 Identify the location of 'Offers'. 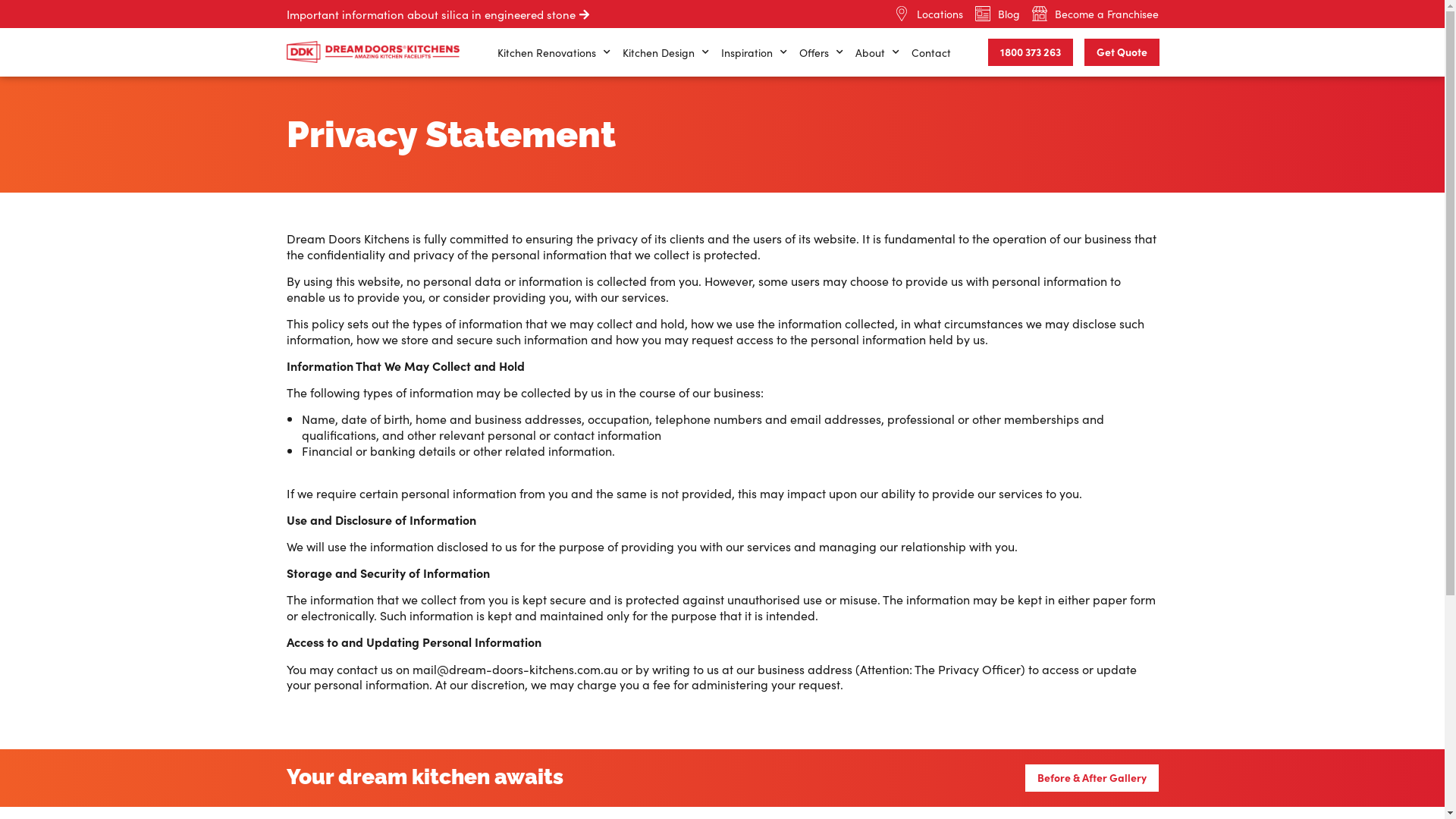
(821, 52).